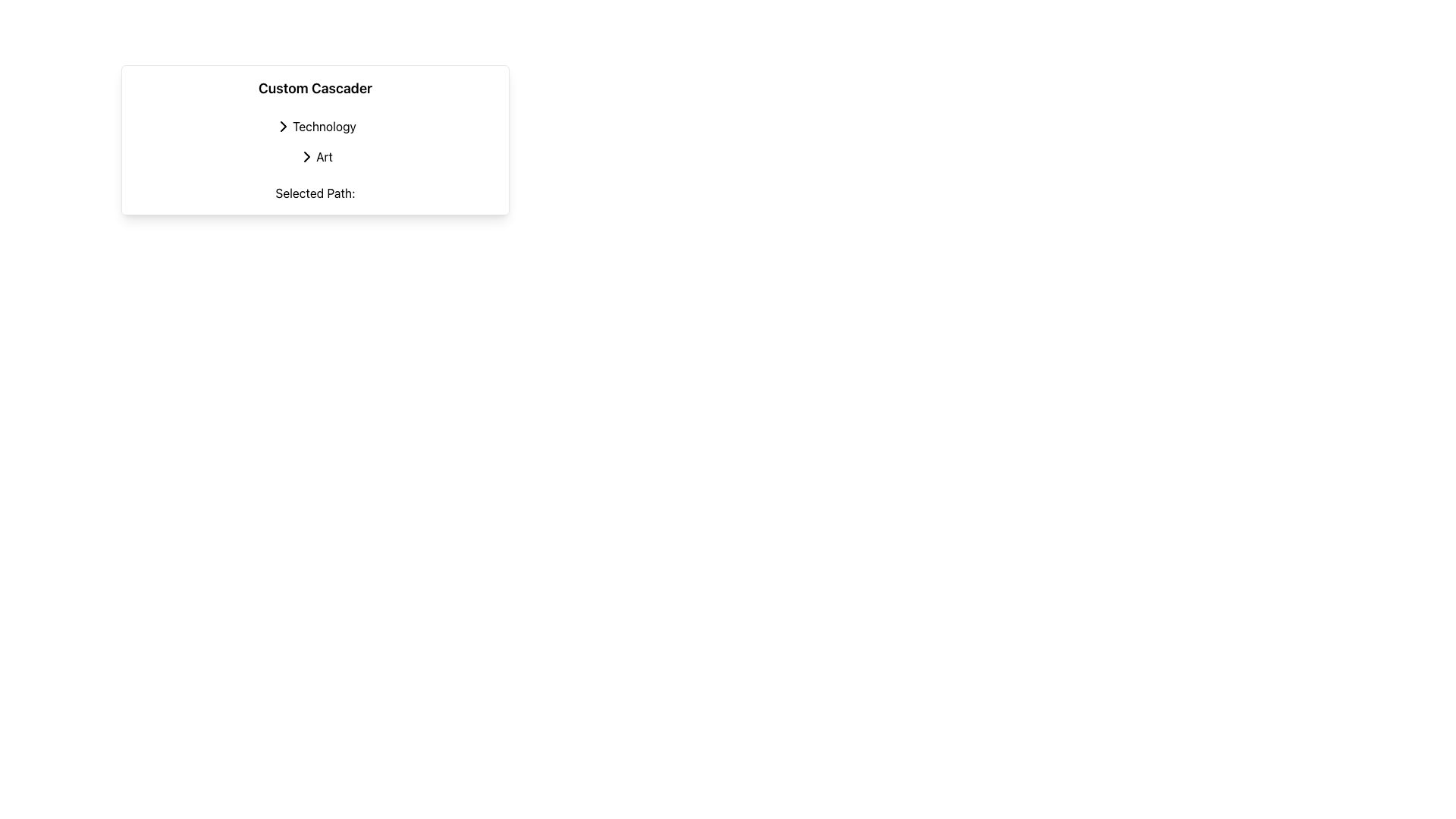 This screenshot has height=819, width=1456. I want to click on the first clickable menu item labeled 'Technology' in the vertical menu, so click(315, 125).